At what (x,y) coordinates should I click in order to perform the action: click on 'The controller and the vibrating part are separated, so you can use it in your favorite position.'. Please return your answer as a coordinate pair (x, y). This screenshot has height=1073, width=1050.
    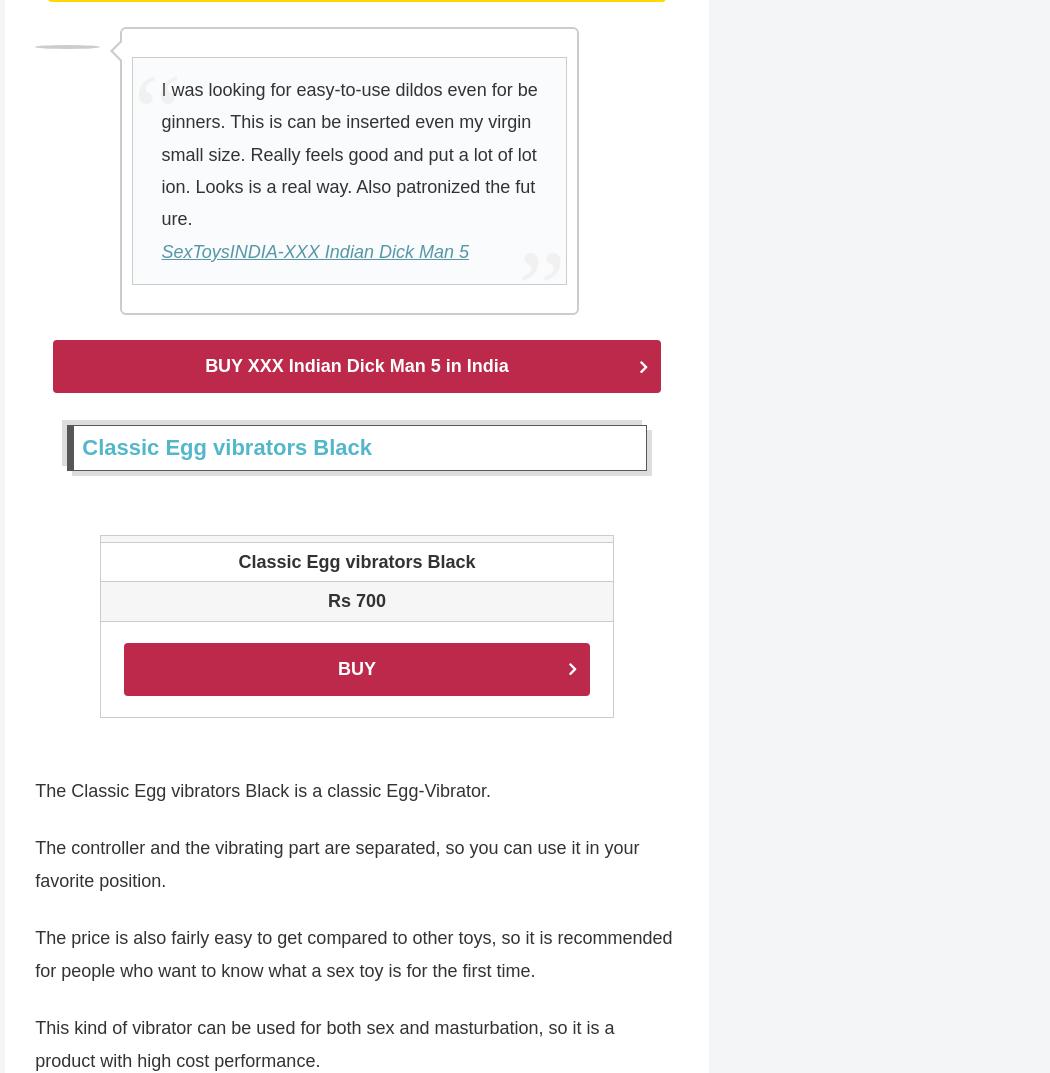
    Looking at the image, I should click on (337, 865).